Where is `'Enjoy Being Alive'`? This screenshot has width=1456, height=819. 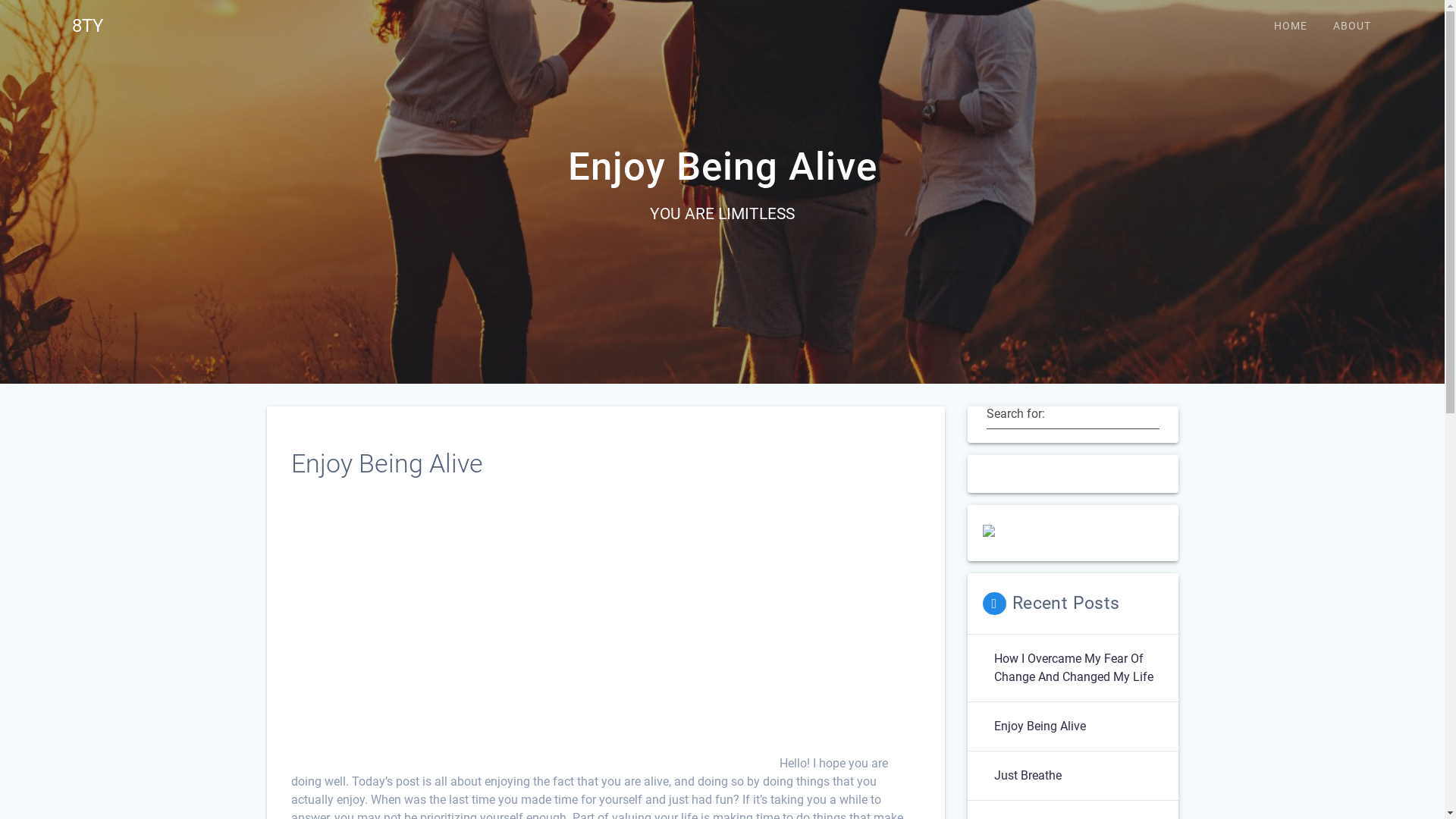
'Enjoy Being Alive' is located at coordinates (986, 725).